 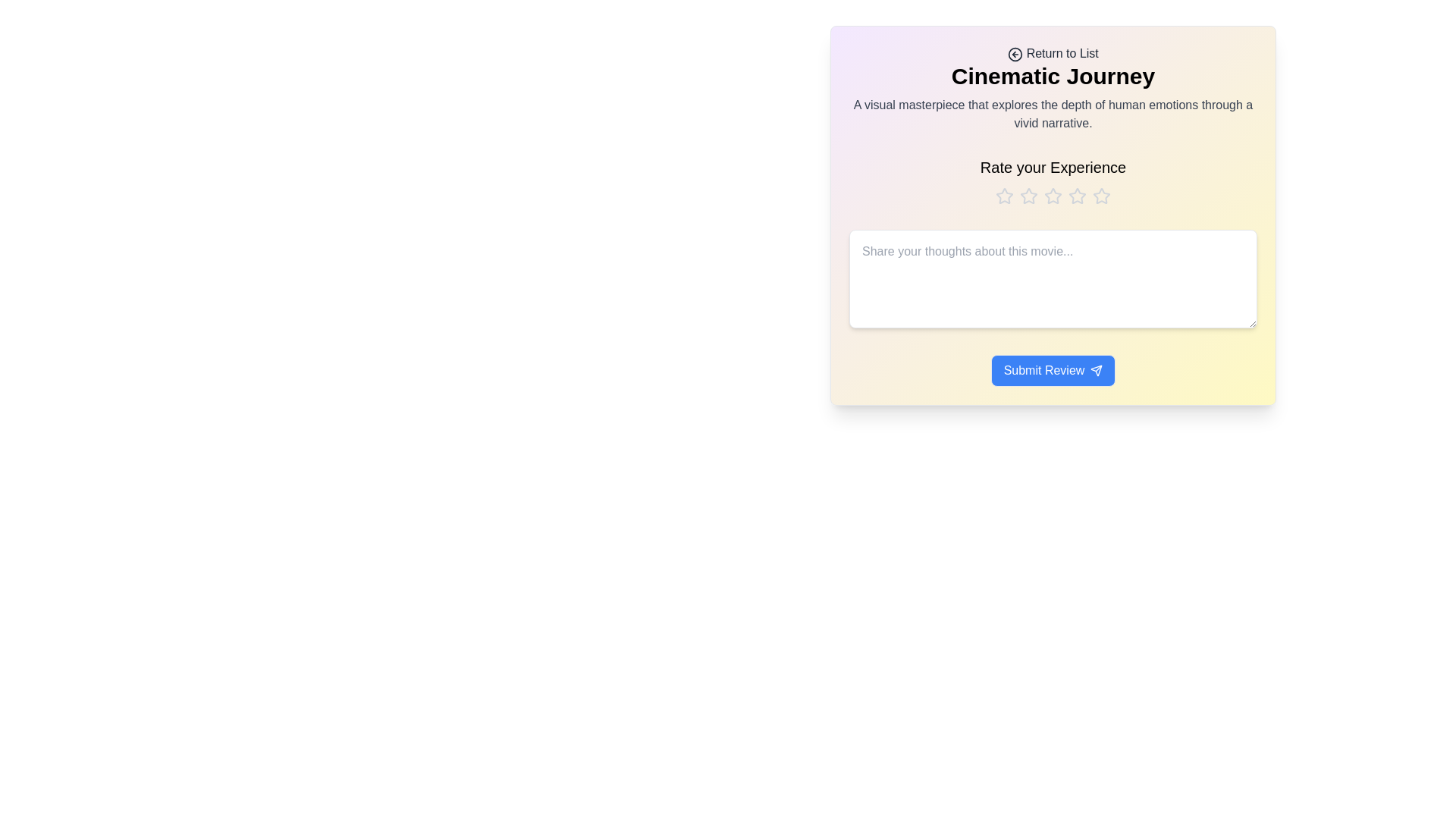 What do you see at coordinates (1029, 195) in the screenshot?
I see `the second star icon in the rating scale` at bounding box center [1029, 195].